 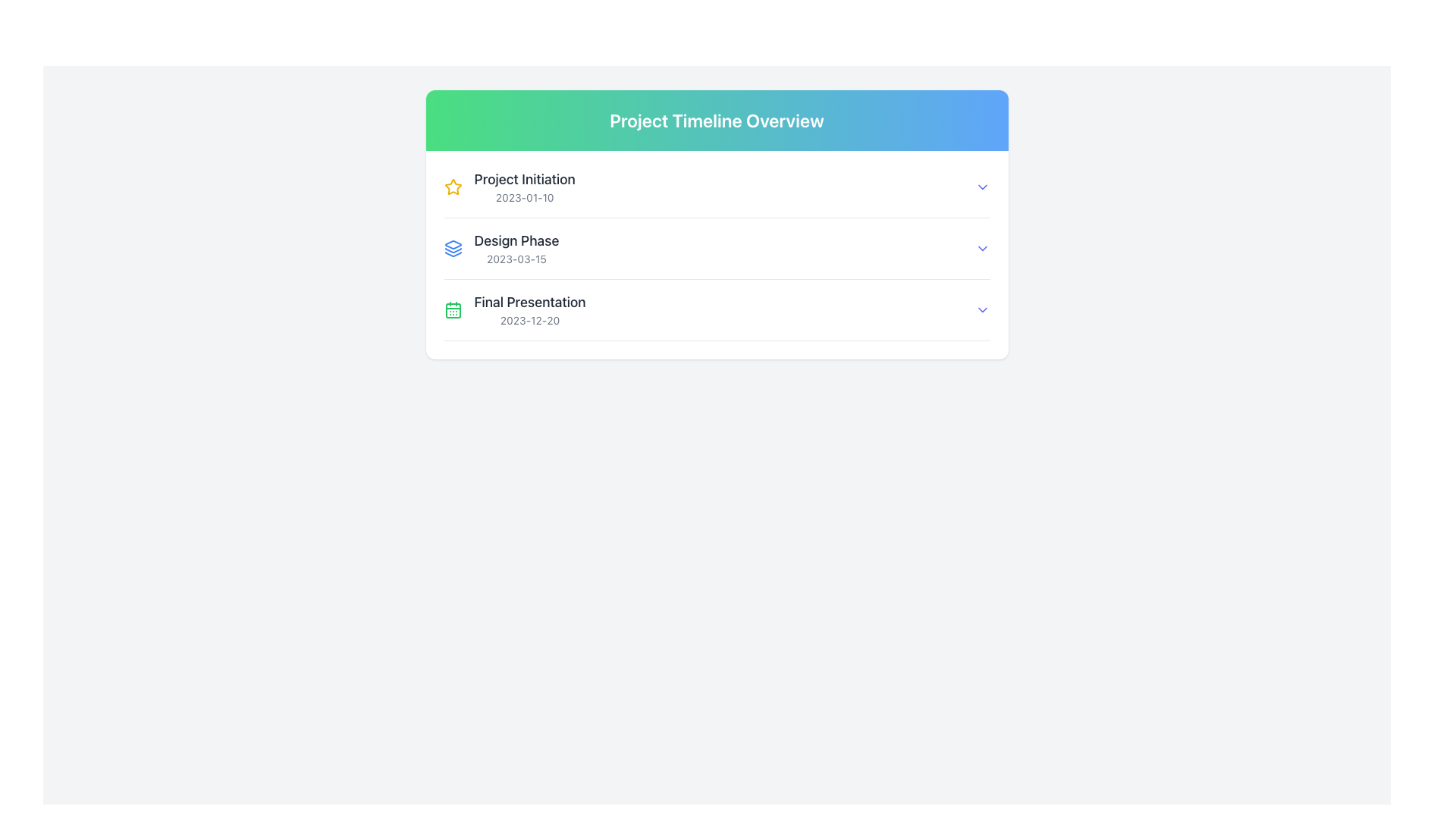 I want to click on the 'Design Phase' text label, which is the title of the second item in a project phase list, styled with a medium-weight font and dark-gray color, so click(x=516, y=240).